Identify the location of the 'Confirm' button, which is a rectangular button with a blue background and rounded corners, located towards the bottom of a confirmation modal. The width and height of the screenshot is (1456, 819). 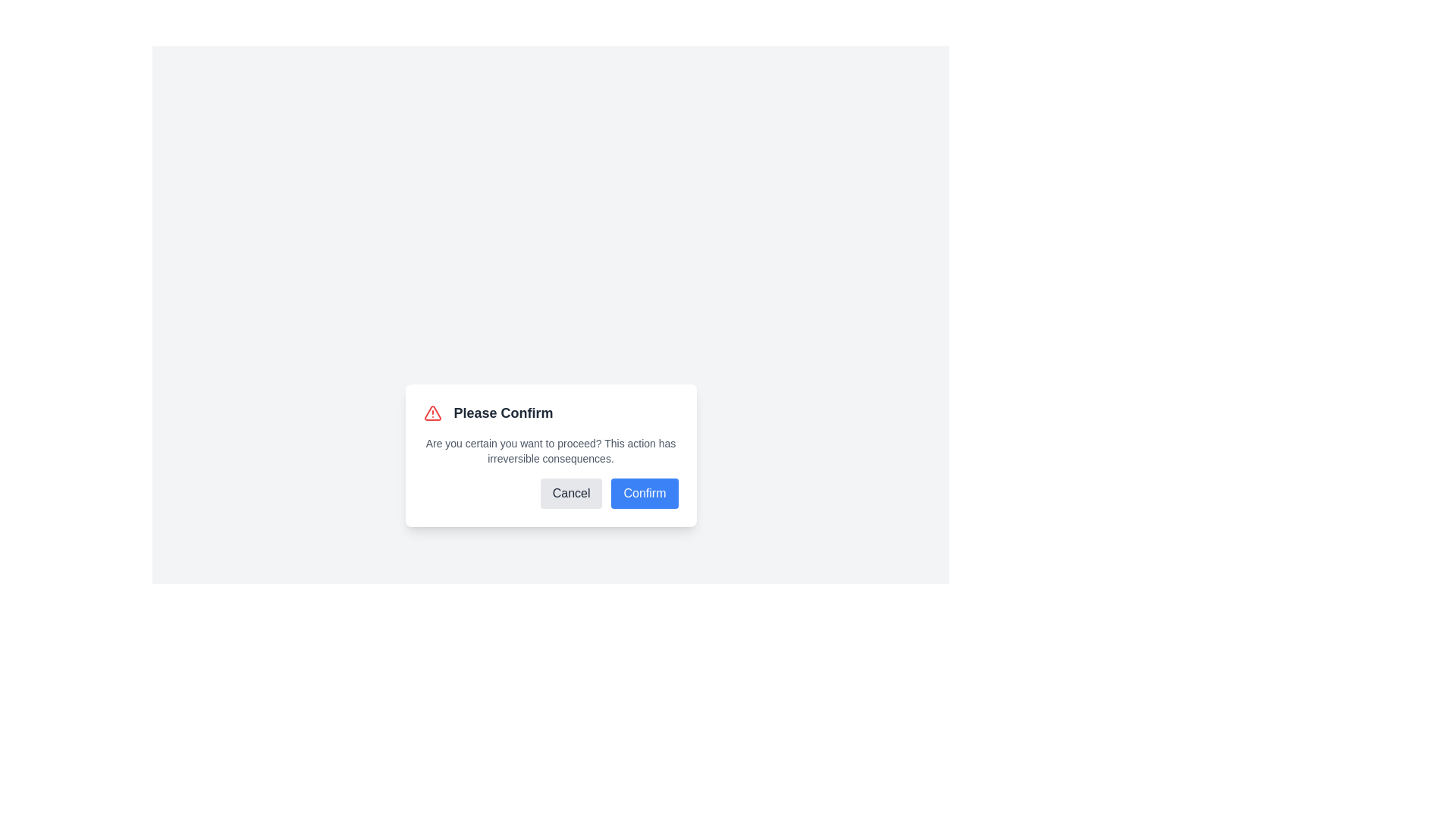
(645, 494).